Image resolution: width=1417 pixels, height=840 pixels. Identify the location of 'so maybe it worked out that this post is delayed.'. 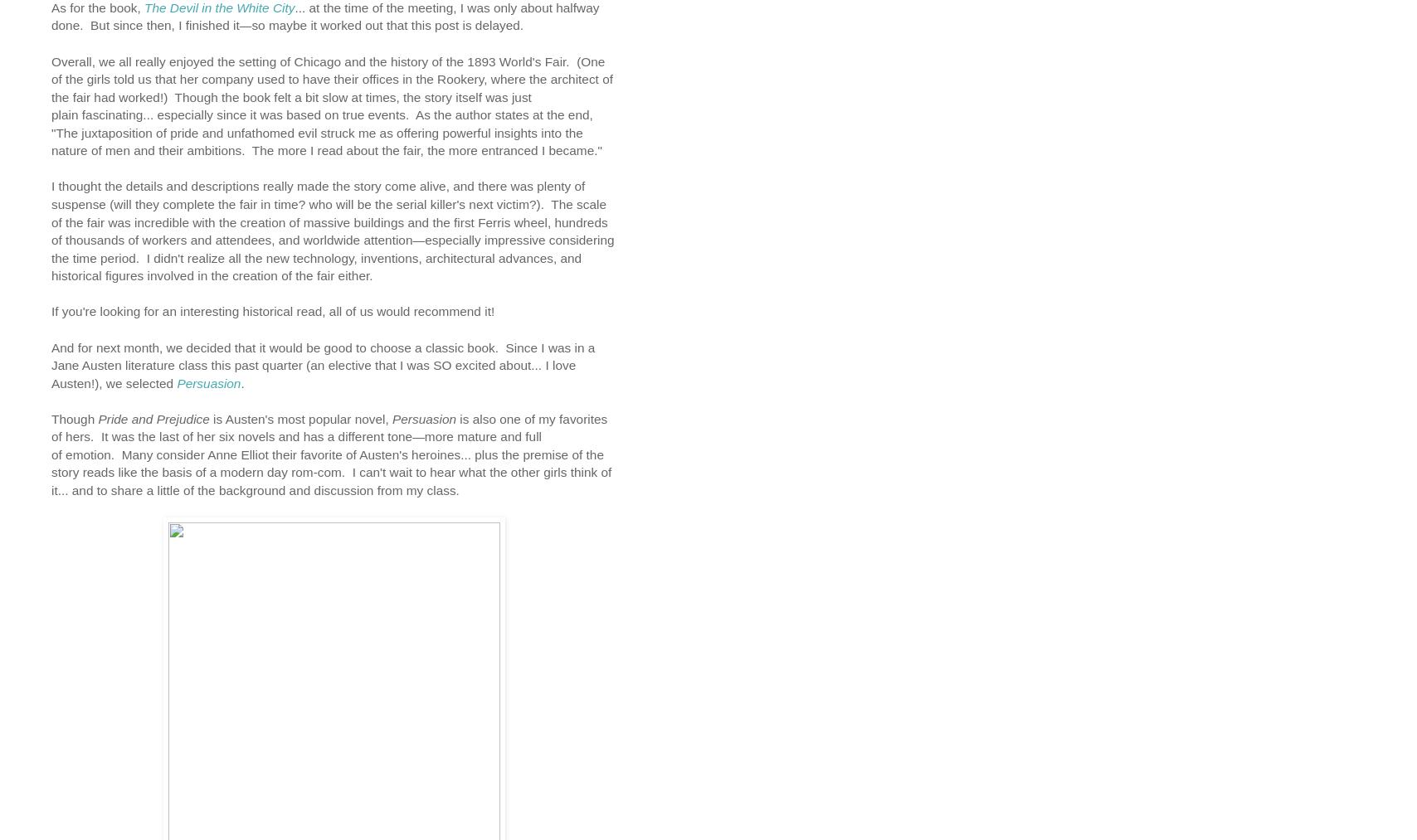
(387, 24).